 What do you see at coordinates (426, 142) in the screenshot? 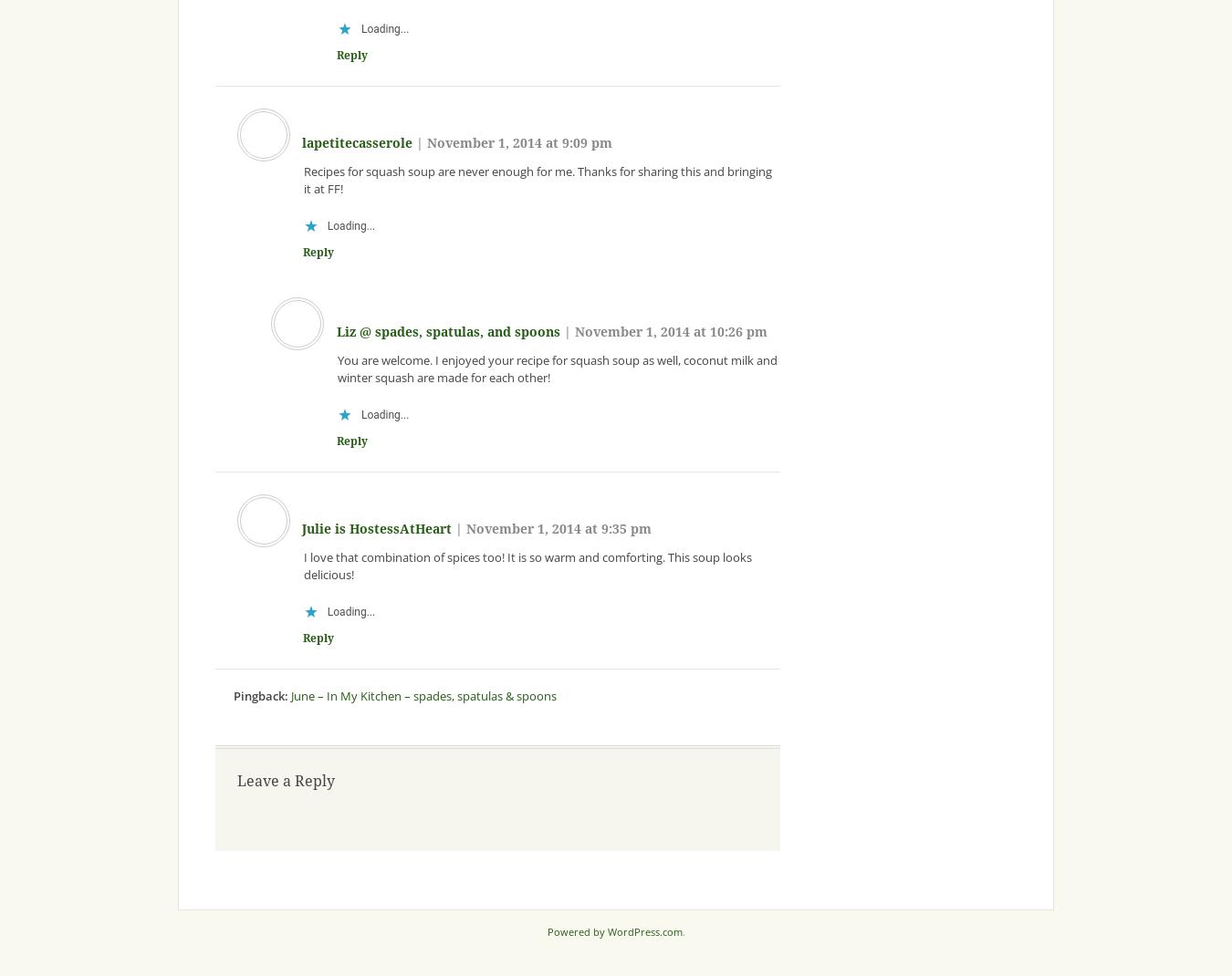
I see `'November 1, 2014 at 9:09 pm'` at bounding box center [426, 142].